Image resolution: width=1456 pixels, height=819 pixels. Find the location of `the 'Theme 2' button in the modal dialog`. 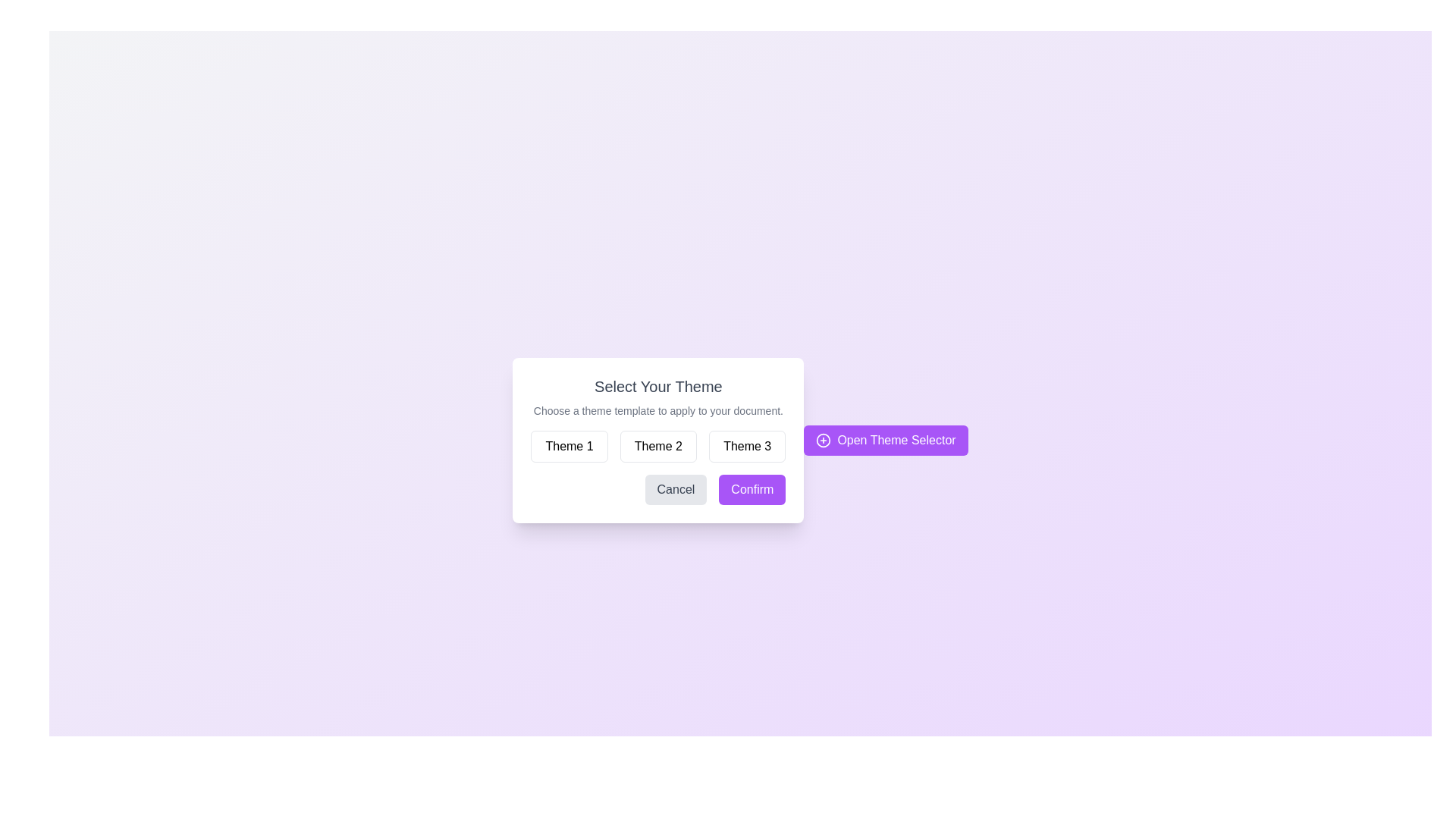

the 'Theme 2' button in the modal dialog is located at coordinates (658, 446).